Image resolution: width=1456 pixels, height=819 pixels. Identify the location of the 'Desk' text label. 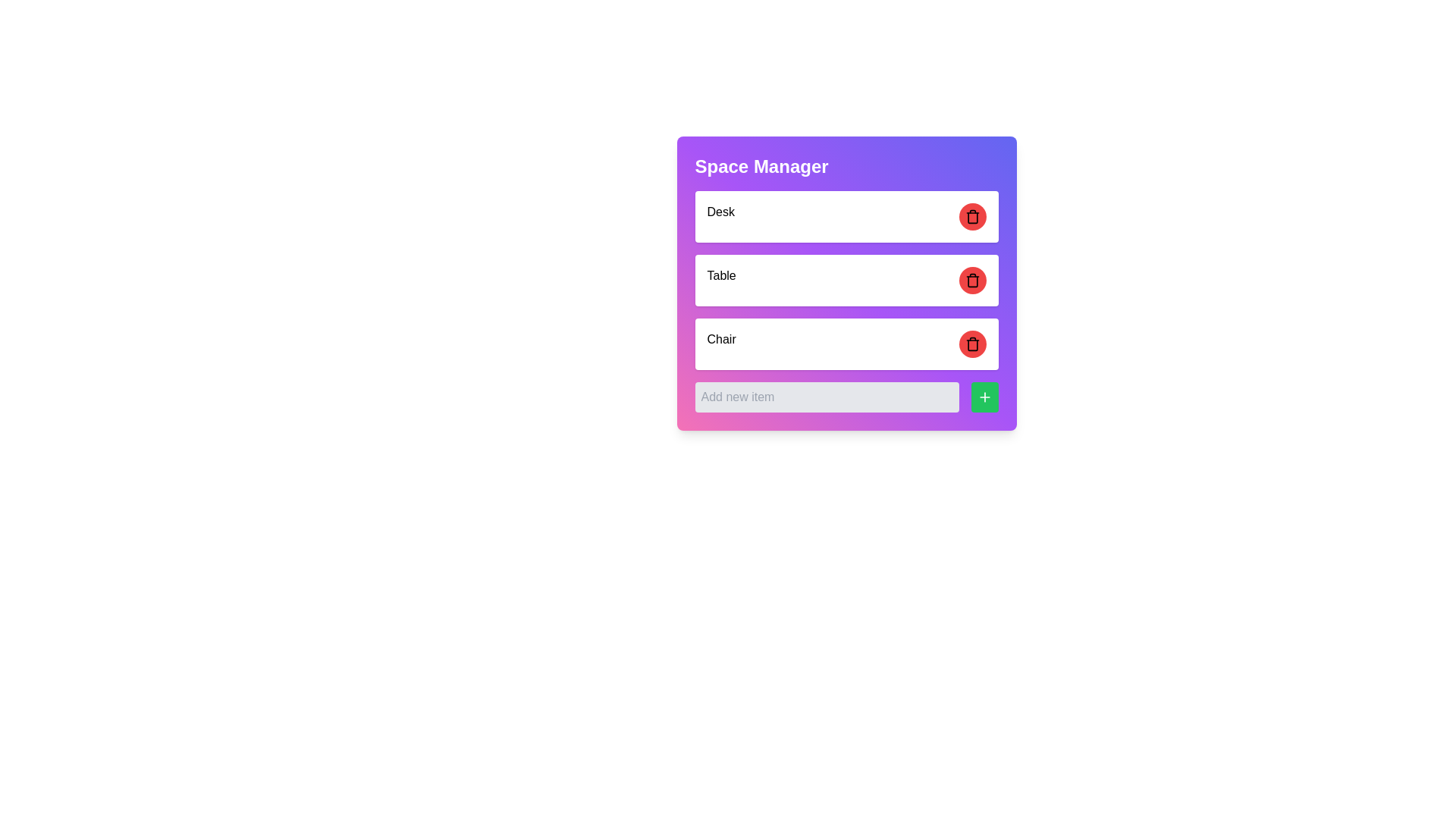
(720, 216).